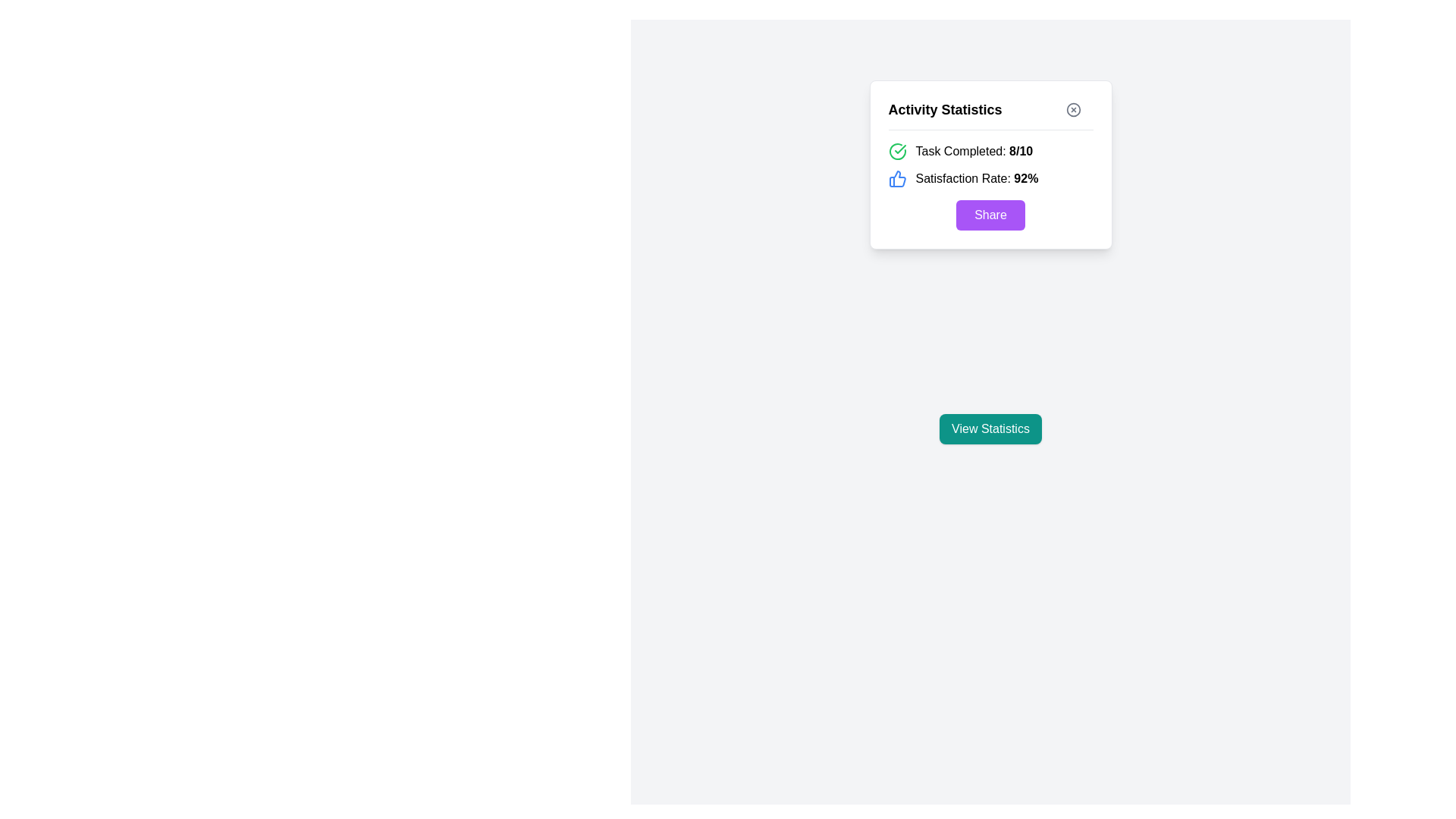 Image resolution: width=1456 pixels, height=819 pixels. What do you see at coordinates (990, 177) in the screenshot?
I see `the Label with graphical icon that presents user satisfaction summary in the Activity Statistics card, located below 'Task Completed: 8/10'` at bounding box center [990, 177].